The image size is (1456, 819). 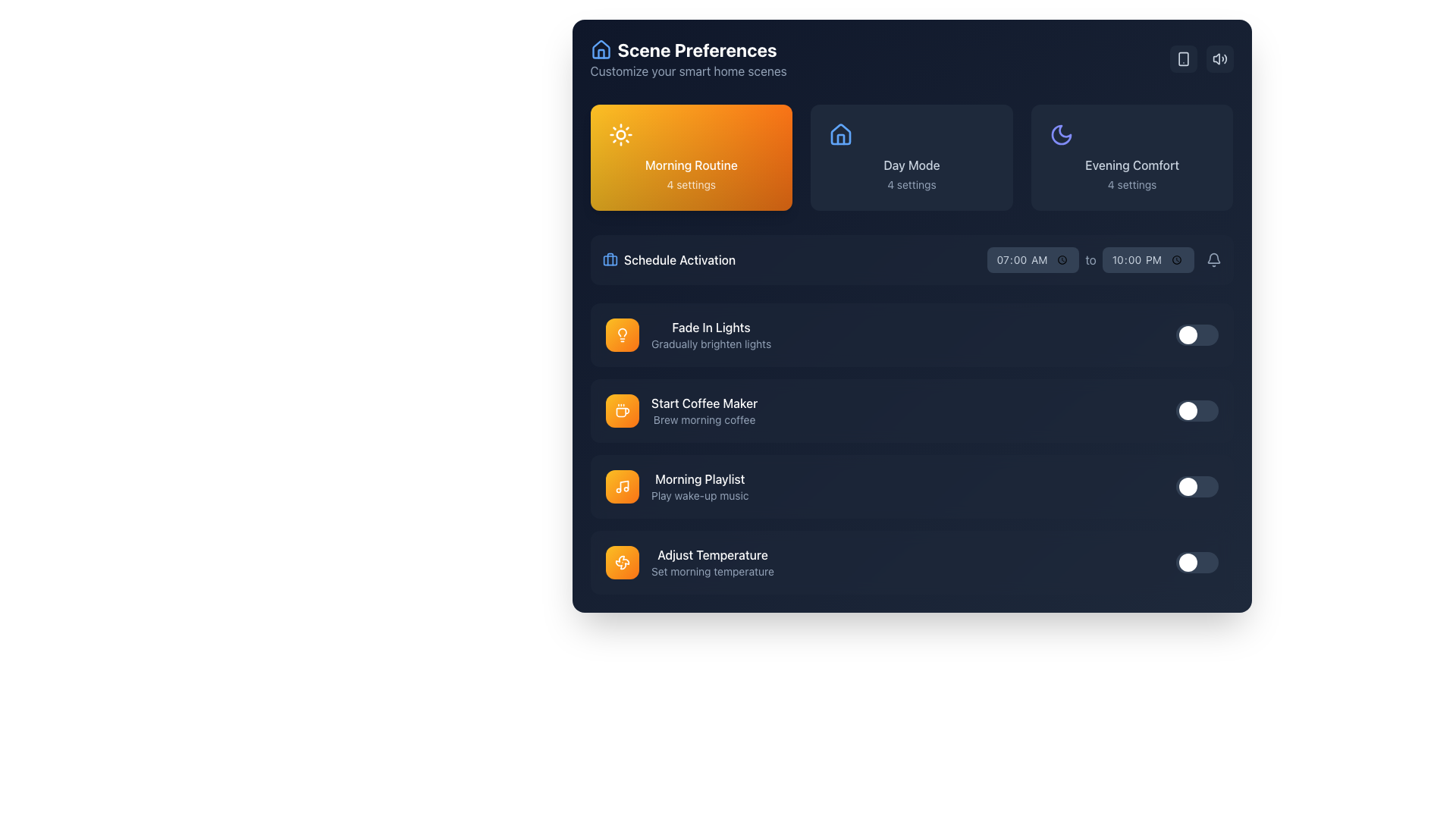 What do you see at coordinates (711, 555) in the screenshot?
I see `the Text Label that describes the control option for adjusting the temperature, which is the main label of the fourth item in the list beneath 'Schedule Activation'` at bounding box center [711, 555].